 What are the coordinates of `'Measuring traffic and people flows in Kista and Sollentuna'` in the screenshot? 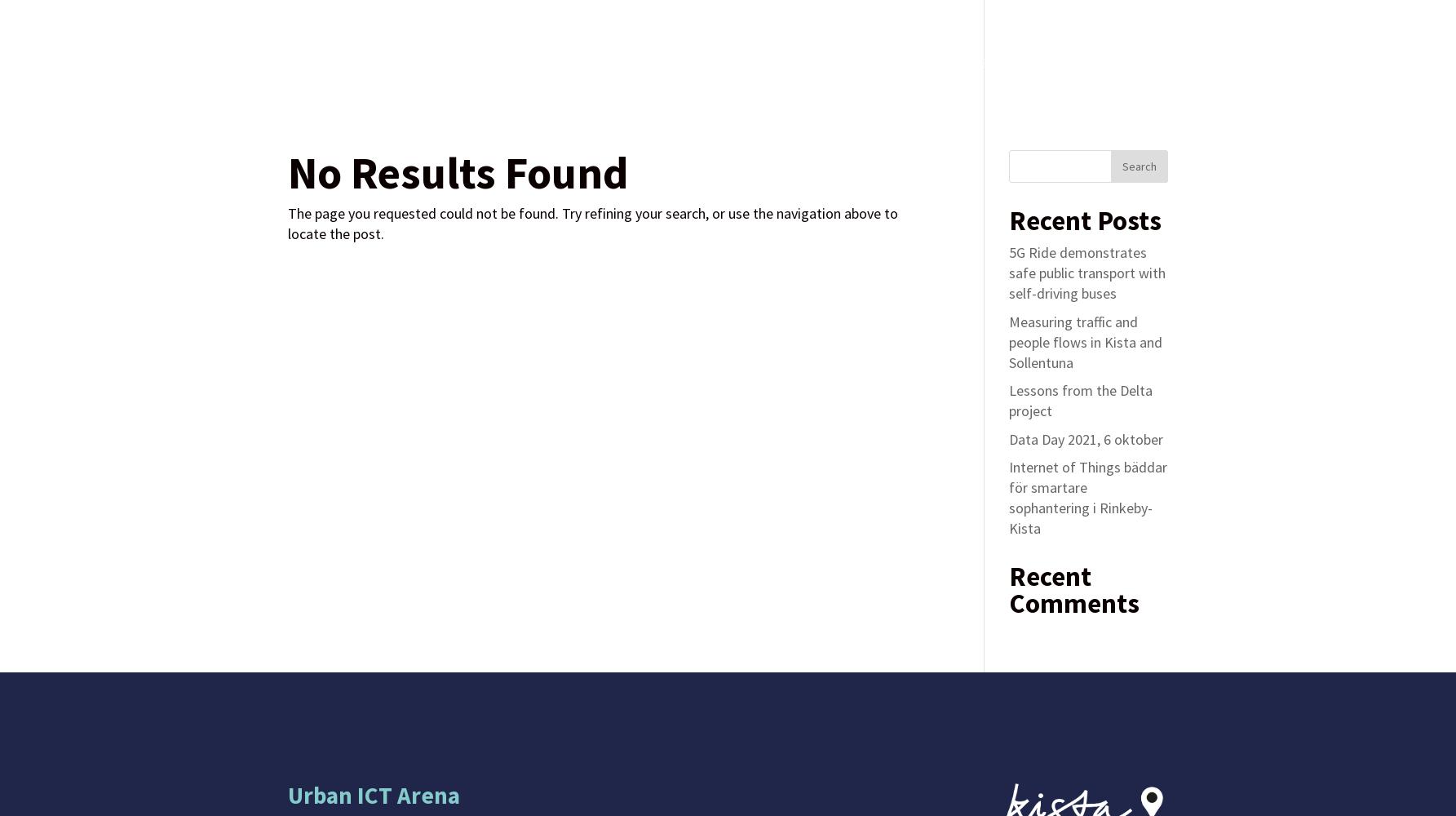 It's located at (1008, 341).